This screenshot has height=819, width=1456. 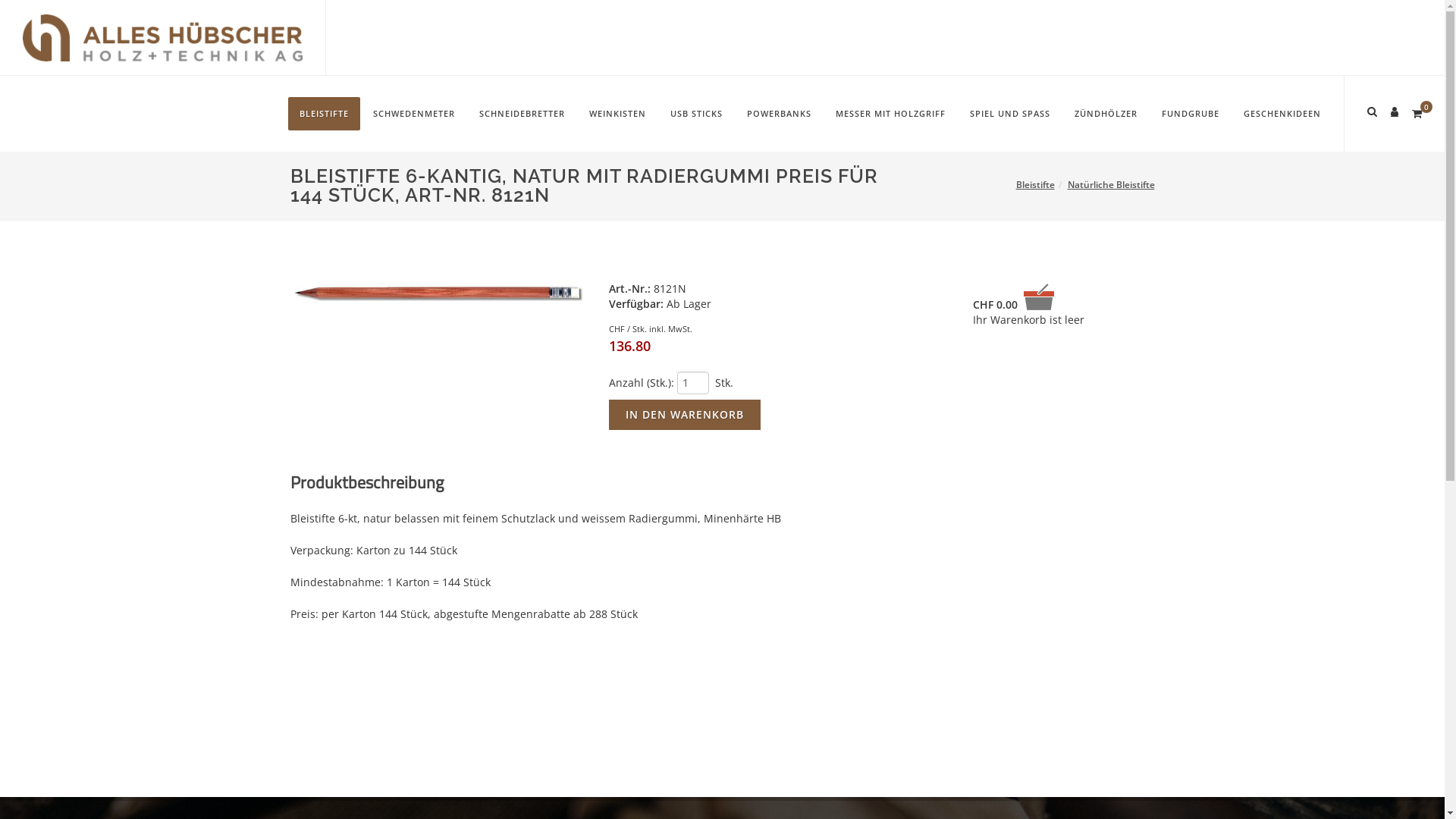 I want to click on 'Bleistift 6-kt mit Gummi', so click(x=435, y=293).